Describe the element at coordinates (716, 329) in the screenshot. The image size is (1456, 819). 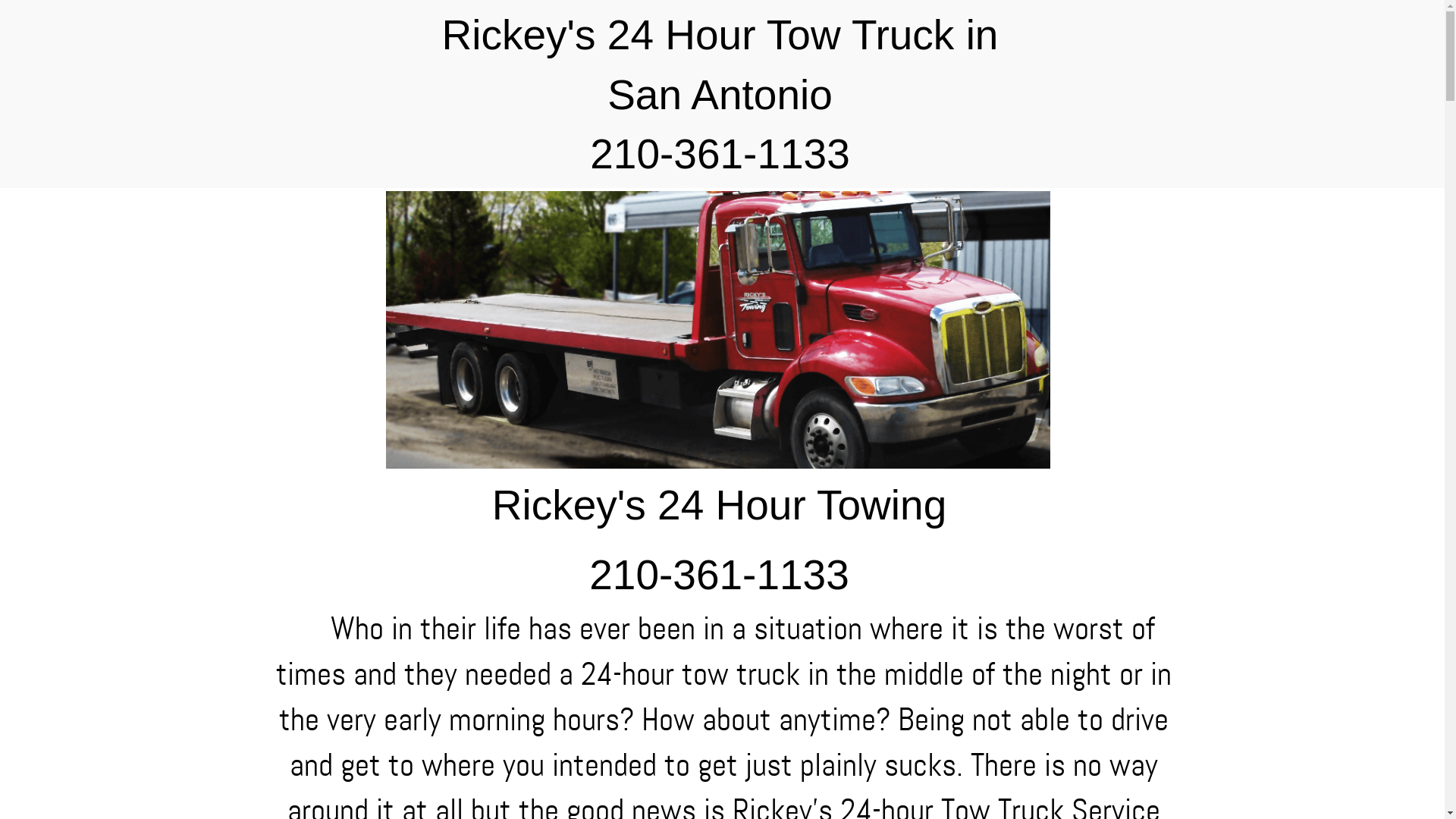
I see `'Image Title'` at that location.